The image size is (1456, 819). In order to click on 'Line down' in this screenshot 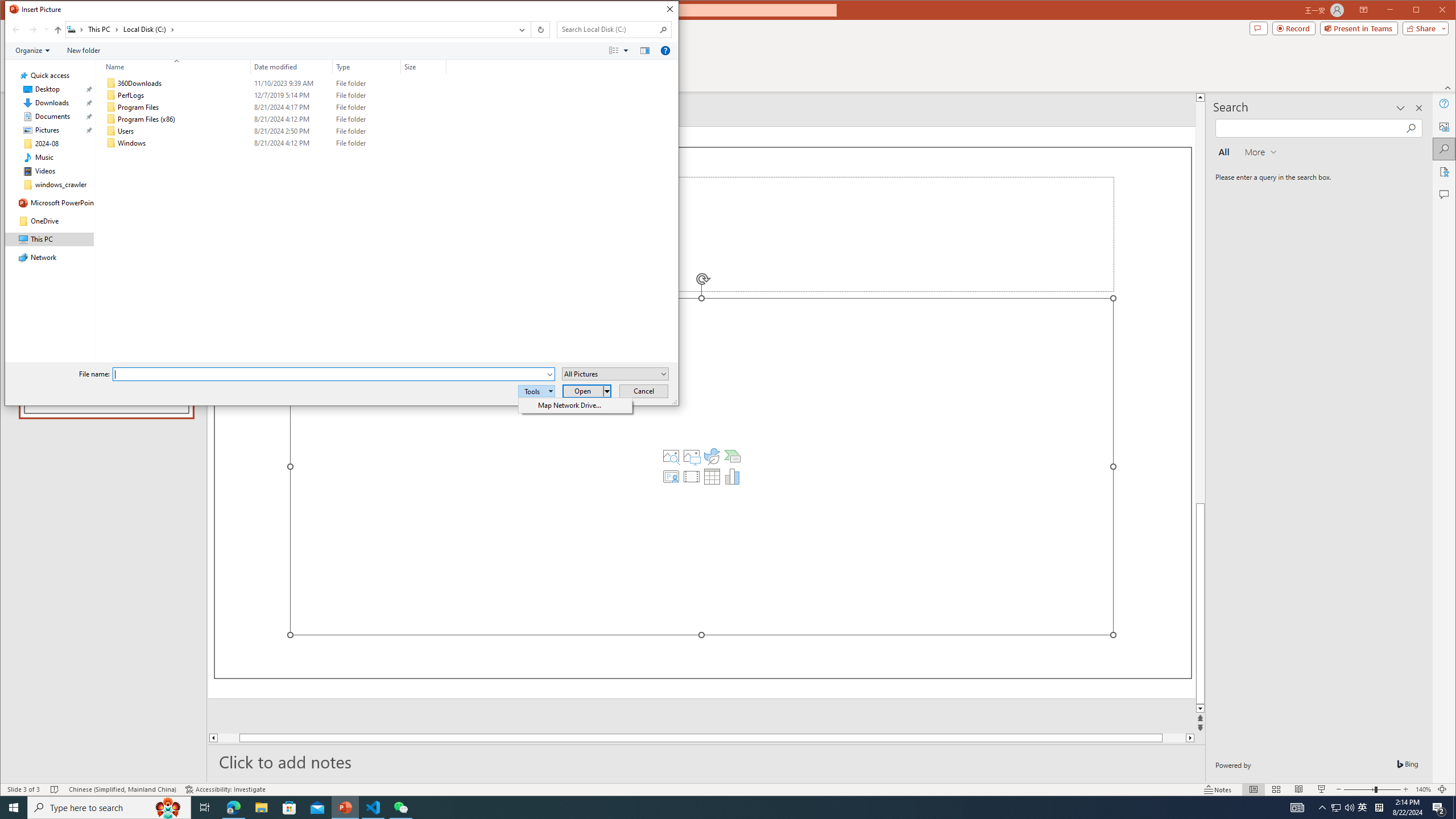, I will do `click(1199, 709)`.